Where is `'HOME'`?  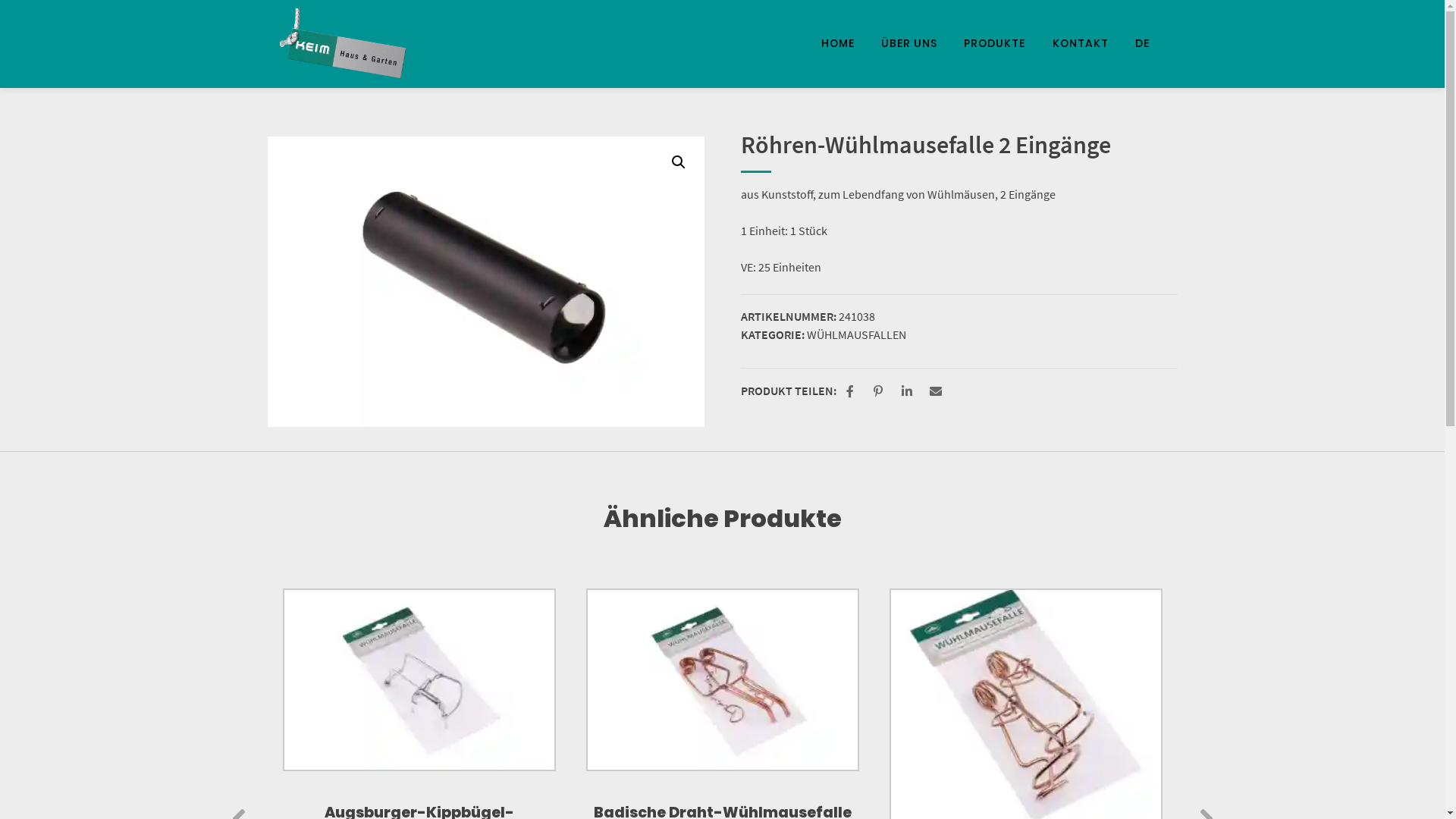
'HOME' is located at coordinates (821, 42).